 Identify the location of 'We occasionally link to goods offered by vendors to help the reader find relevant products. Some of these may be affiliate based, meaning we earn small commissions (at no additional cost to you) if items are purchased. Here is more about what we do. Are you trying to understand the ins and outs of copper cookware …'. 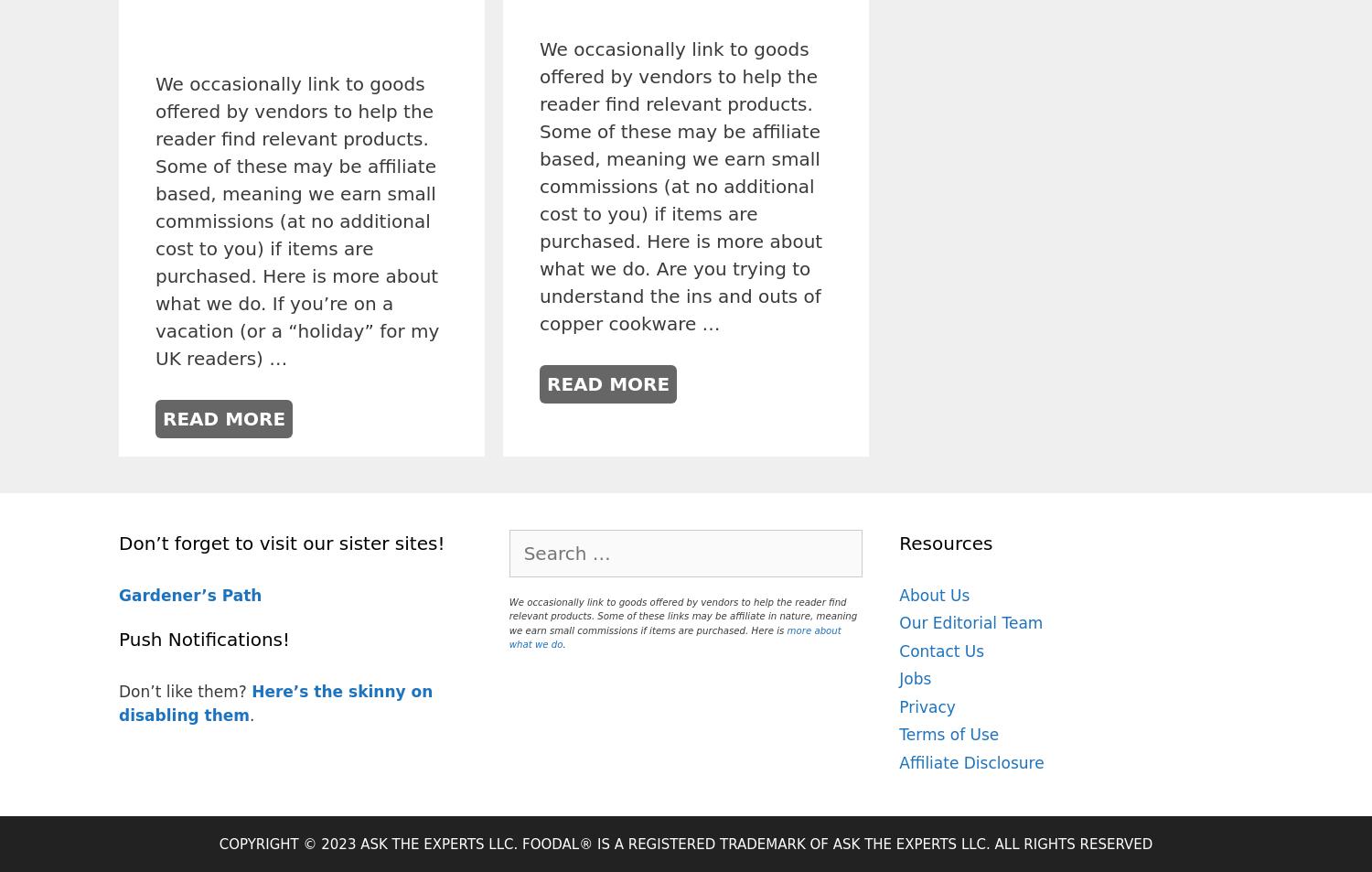
(680, 186).